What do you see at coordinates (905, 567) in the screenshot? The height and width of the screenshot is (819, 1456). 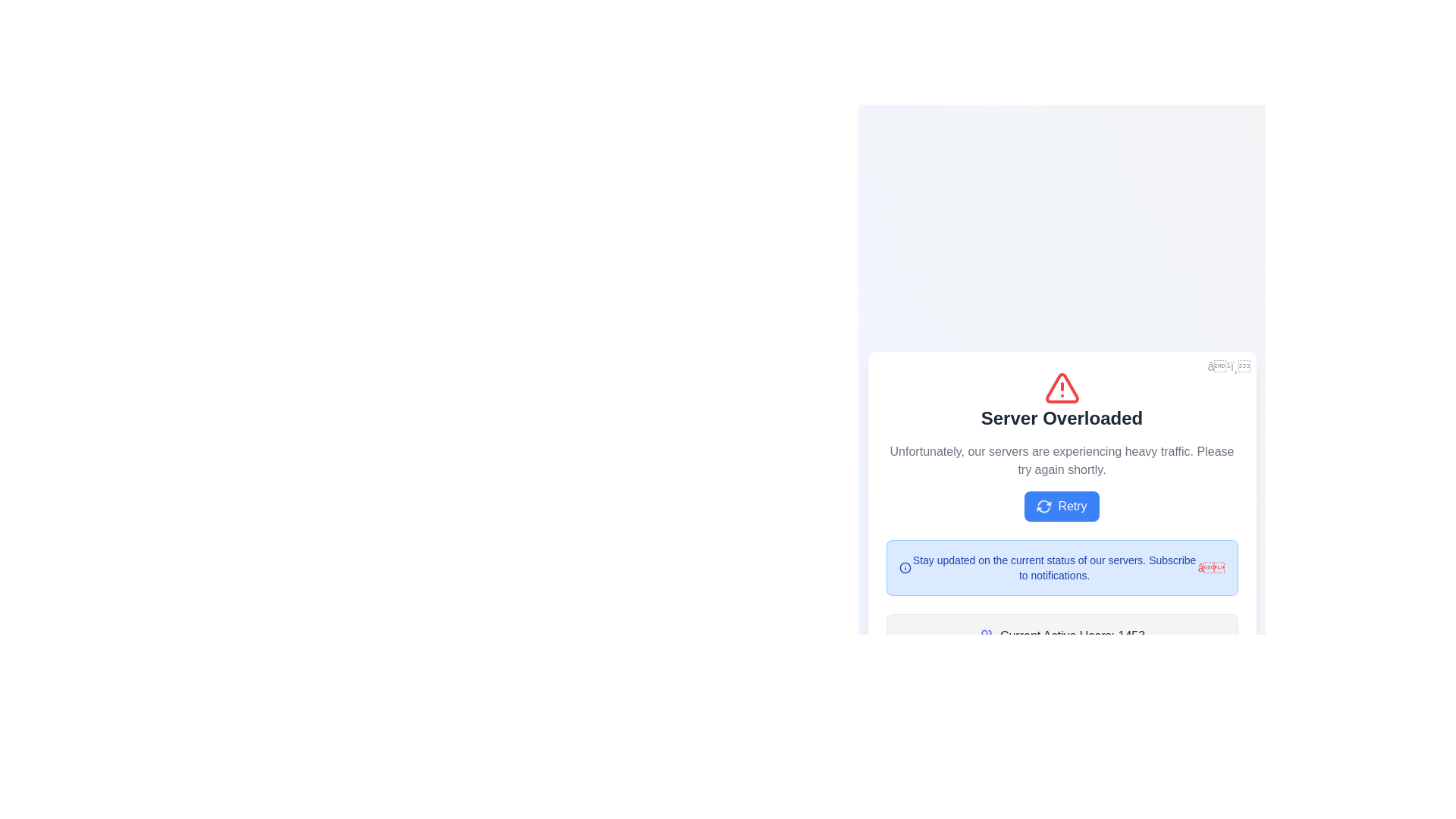 I see `the informational icon located at the leftmost part of the light blue notification card, which indicates the purpose of the accompanying message` at bounding box center [905, 567].